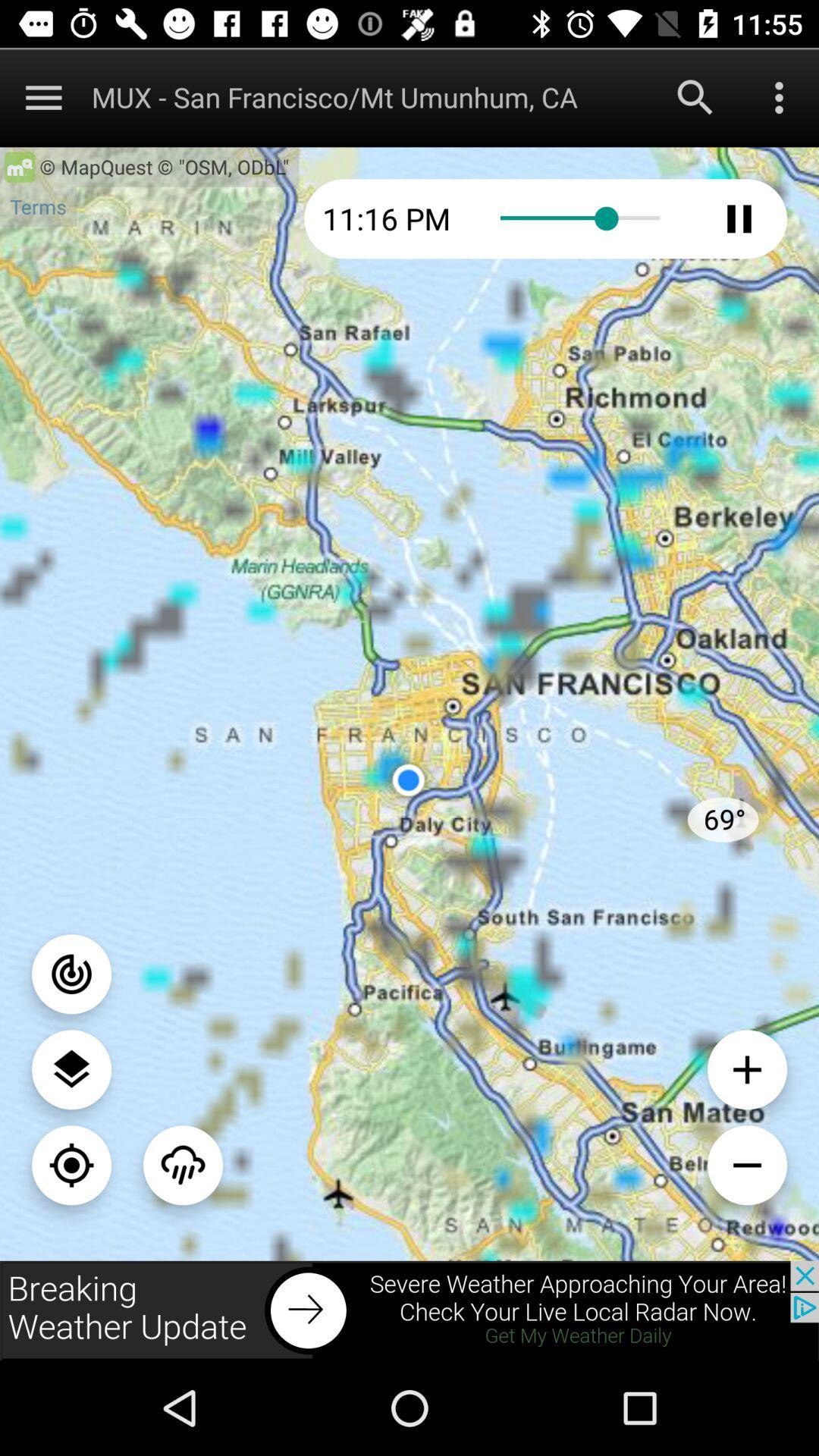 Image resolution: width=819 pixels, height=1456 pixels. What do you see at coordinates (695, 96) in the screenshot?
I see `the search icon` at bounding box center [695, 96].